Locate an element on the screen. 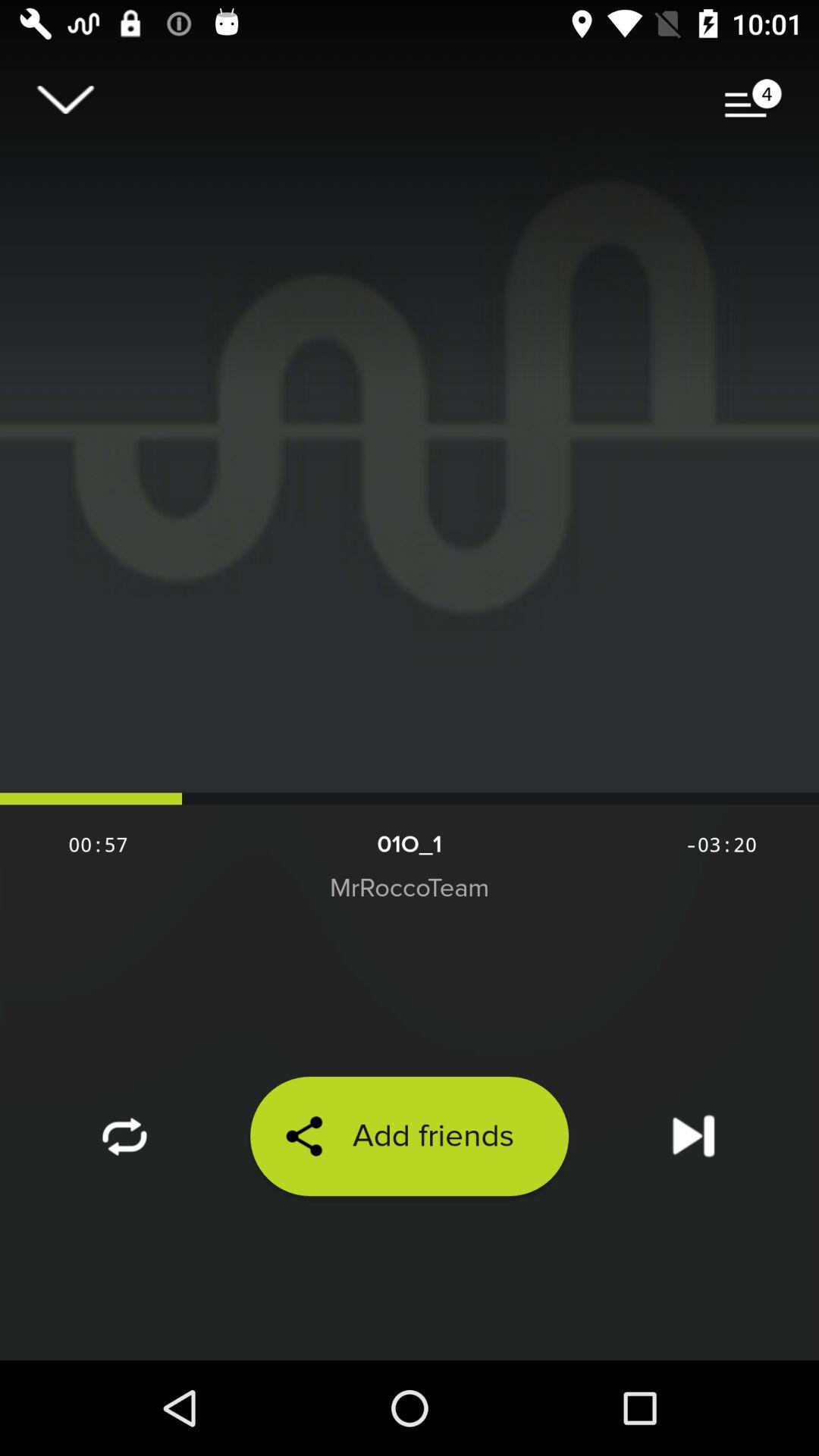 The image size is (819, 1456). the expand_more icon is located at coordinates (64, 105).